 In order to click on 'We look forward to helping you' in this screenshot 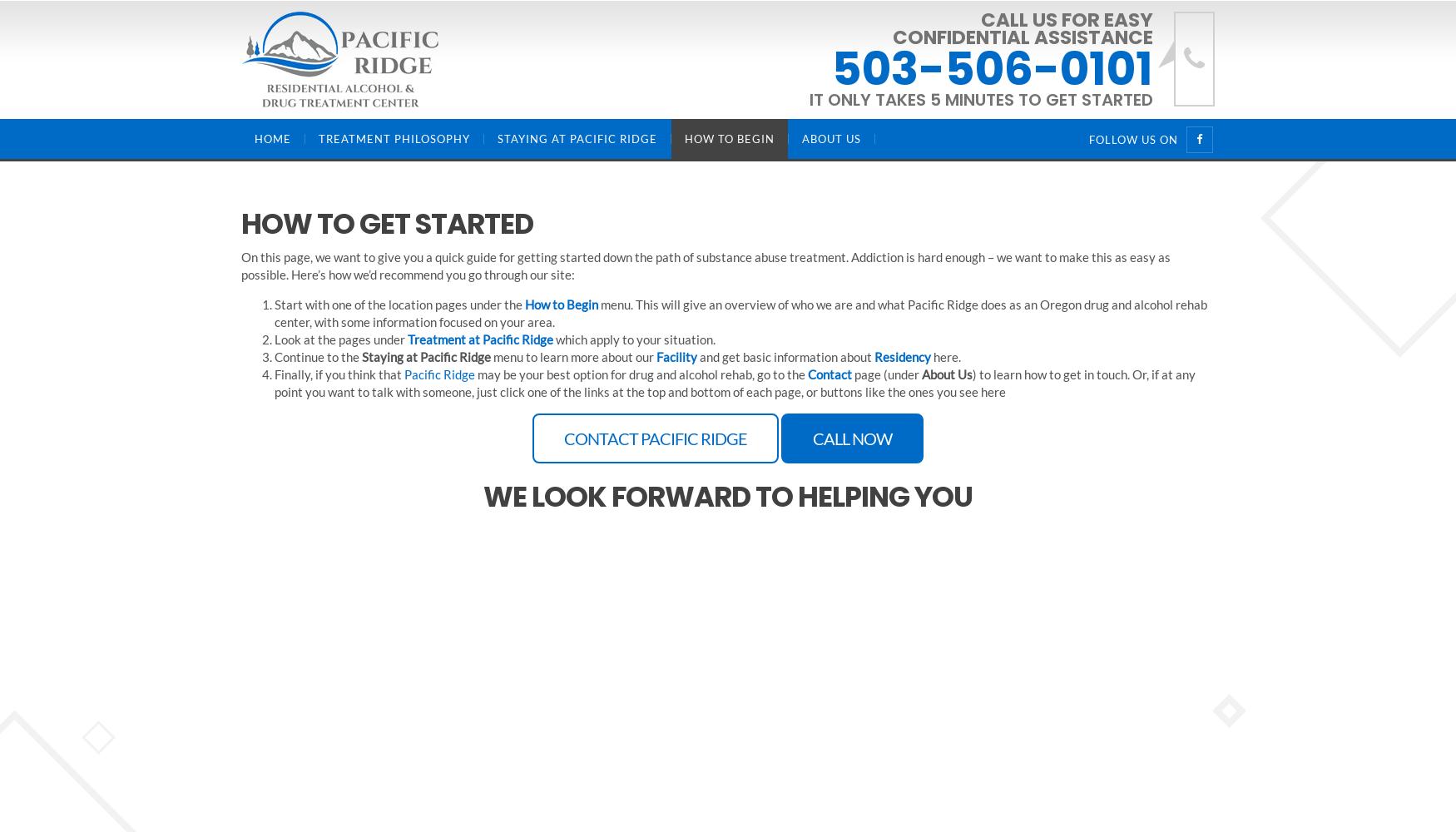, I will do `click(728, 496)`.